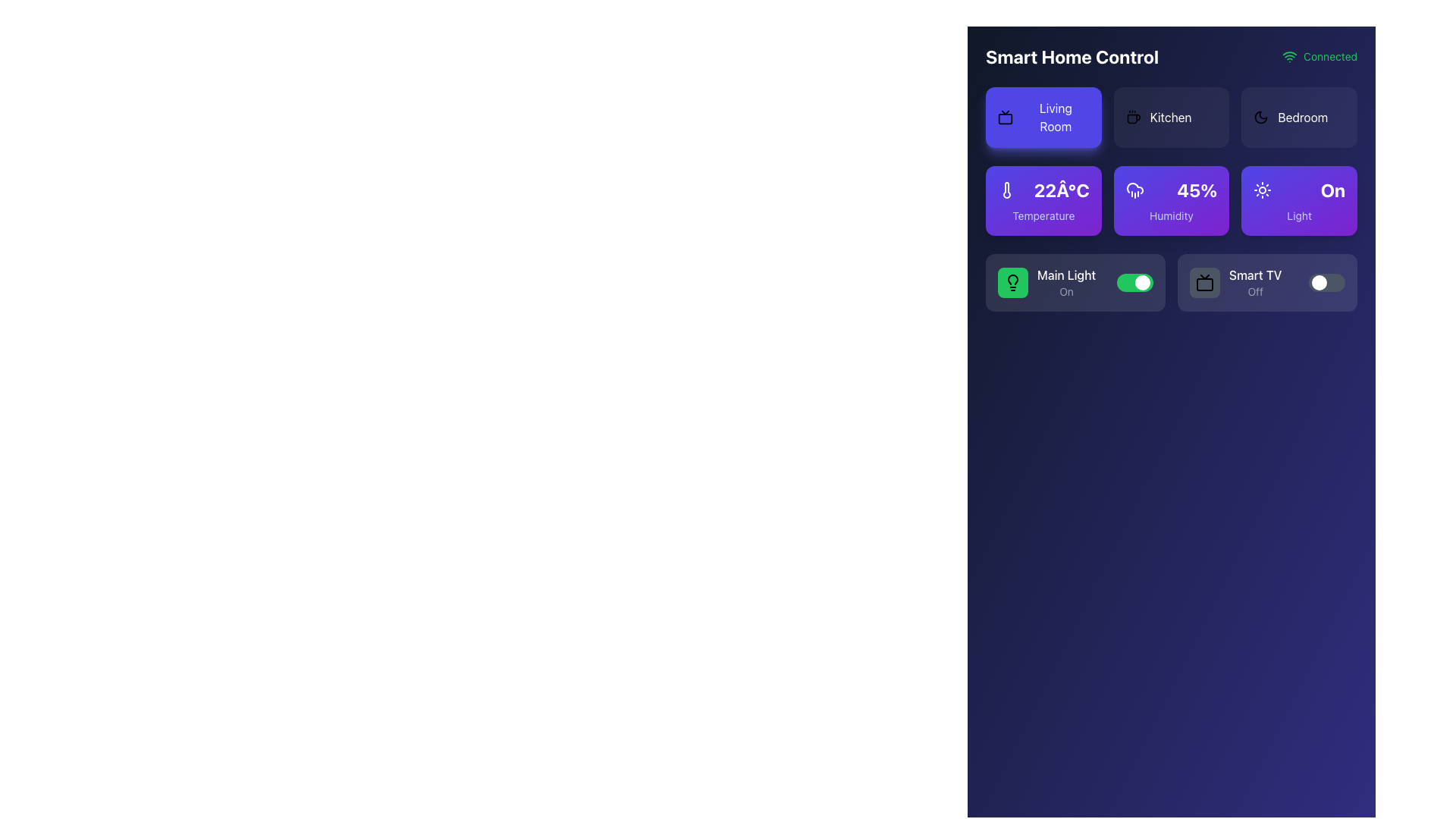  I want to click on the text label 'On' which is styled in gray and located below the 'Main Light' label, so click(1065, 292).